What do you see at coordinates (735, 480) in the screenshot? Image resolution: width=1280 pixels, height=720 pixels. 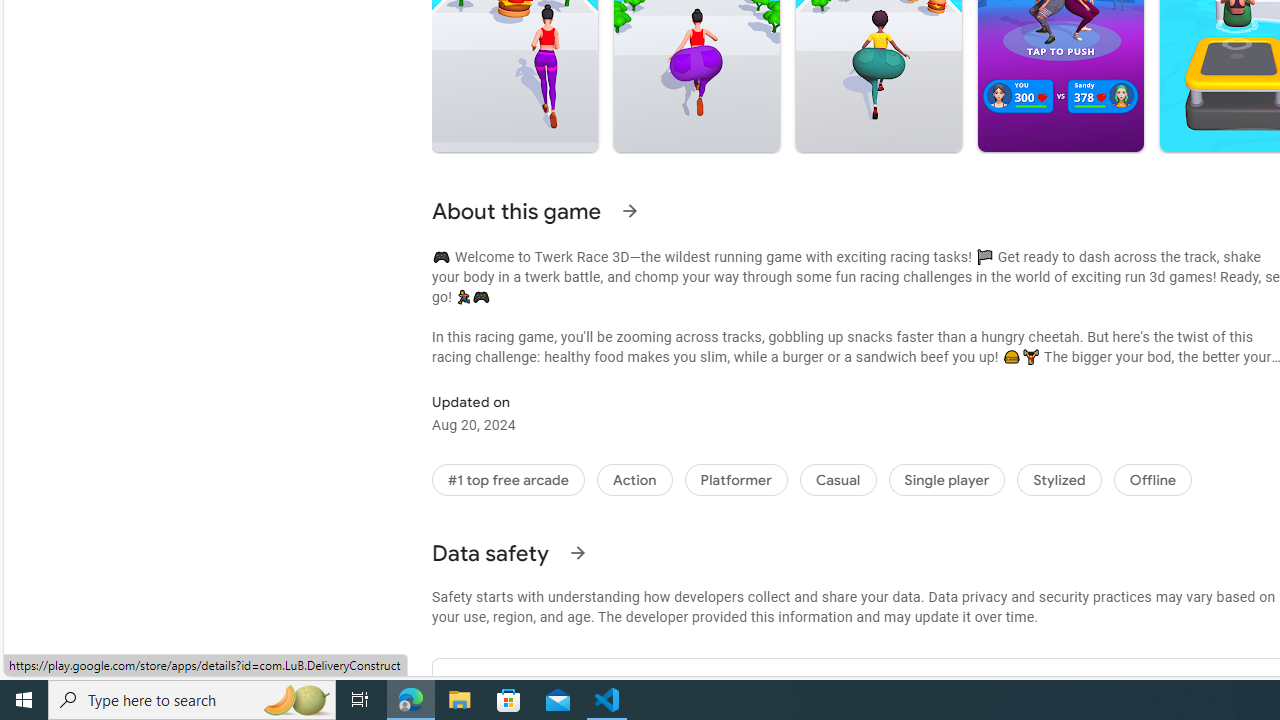 I see `'Platformer'` at bounding box center [735, 480].